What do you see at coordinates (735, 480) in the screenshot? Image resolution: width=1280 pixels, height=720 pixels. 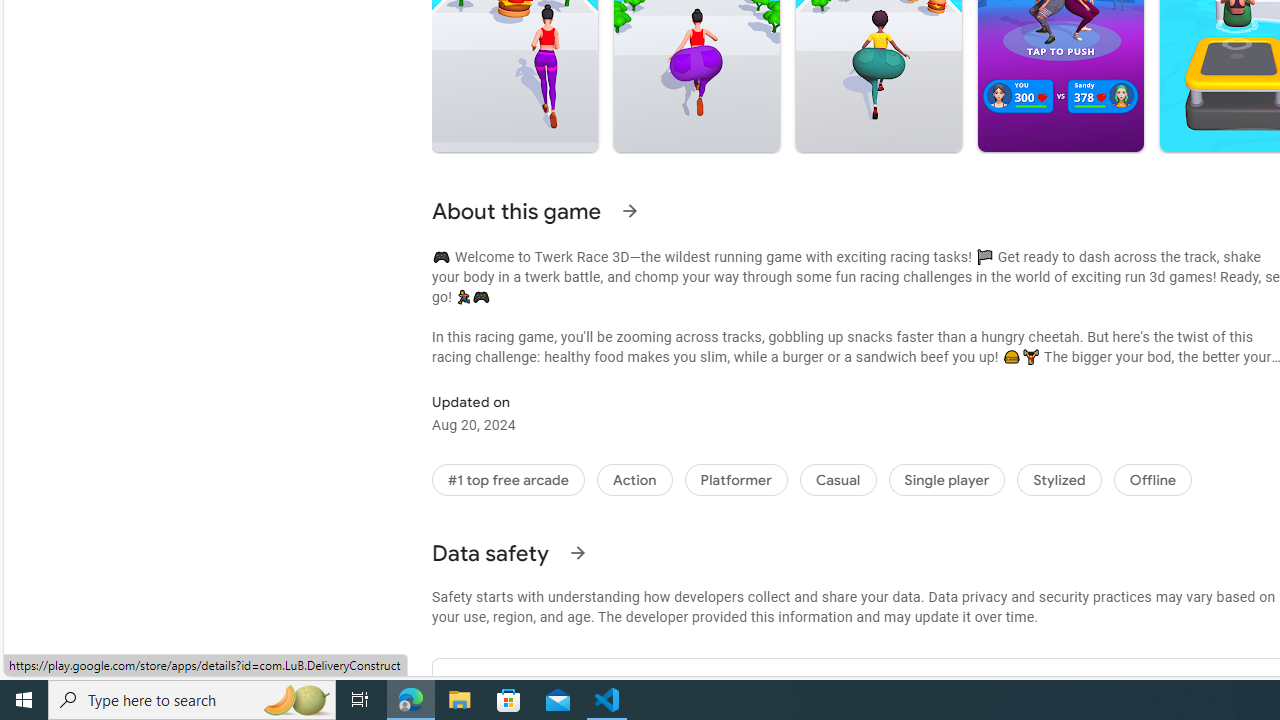 I see `'Platformer'` at bounding box center [735, 480].